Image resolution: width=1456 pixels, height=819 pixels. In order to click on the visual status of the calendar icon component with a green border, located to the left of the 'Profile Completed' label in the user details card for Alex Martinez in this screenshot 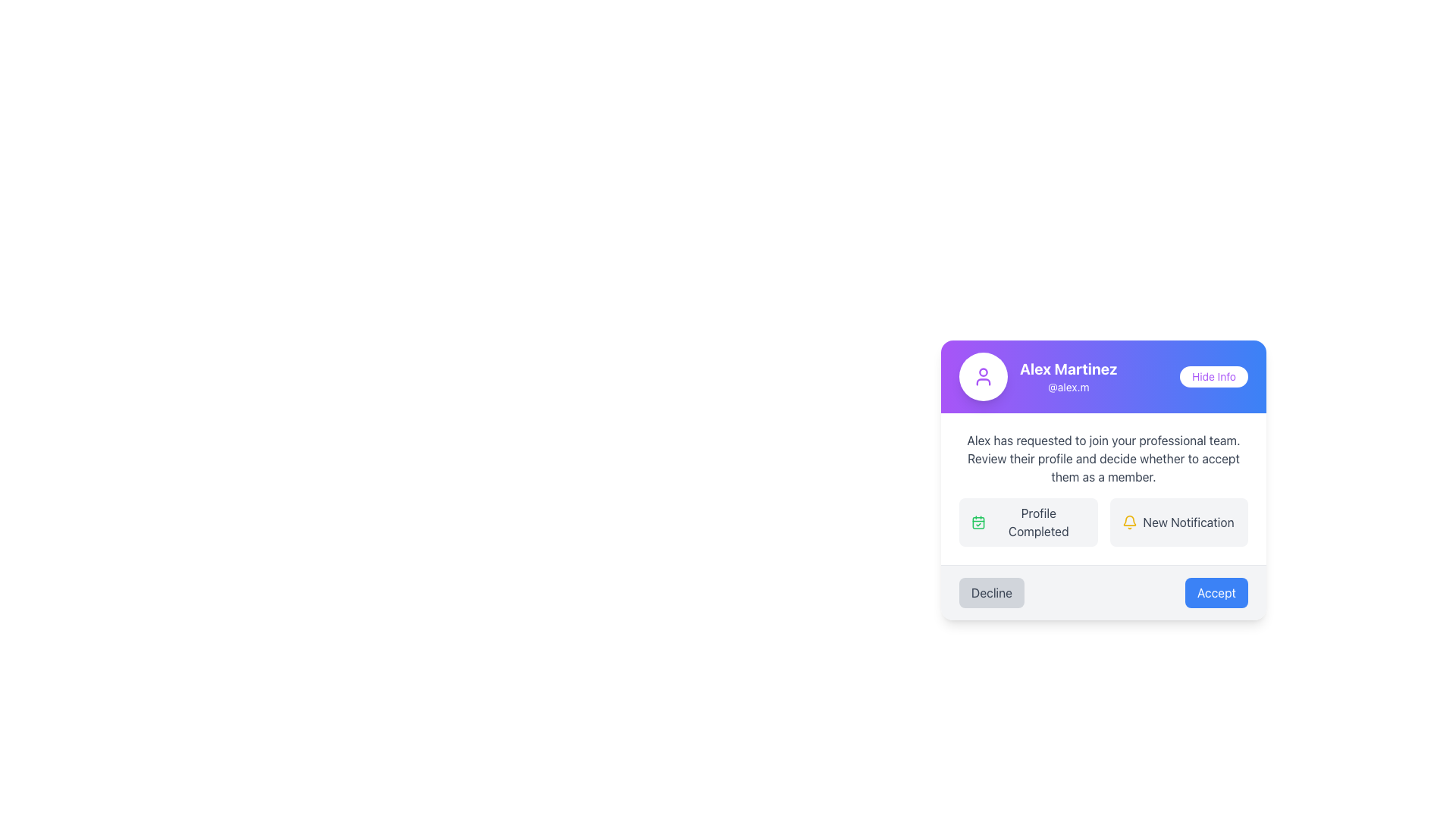, I will do `click(978, 522)`.